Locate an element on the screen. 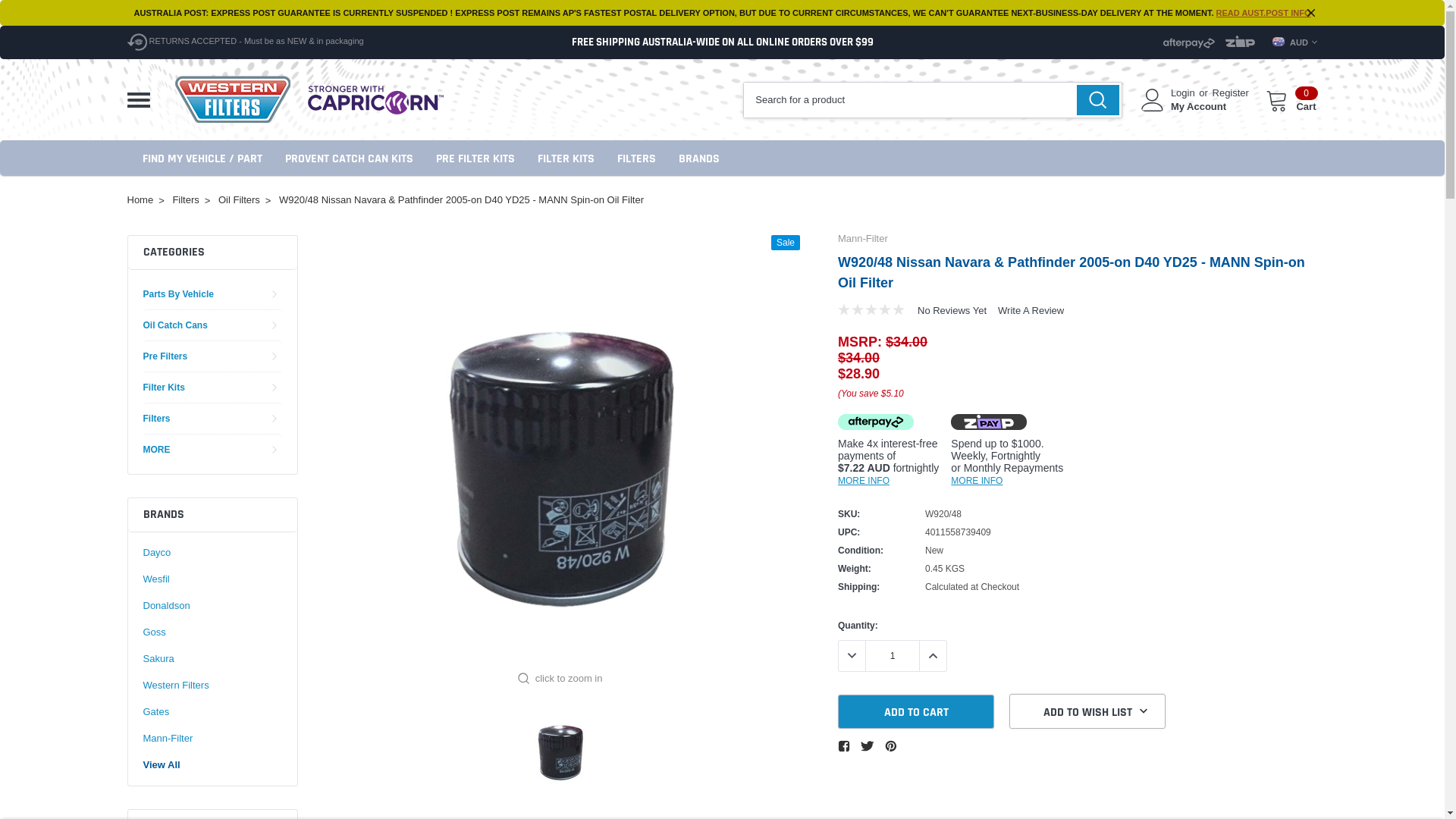 The width and height of the screenshot is (1456, 819). 'Oil Catch Cans' is located at coordinates (174, 324).